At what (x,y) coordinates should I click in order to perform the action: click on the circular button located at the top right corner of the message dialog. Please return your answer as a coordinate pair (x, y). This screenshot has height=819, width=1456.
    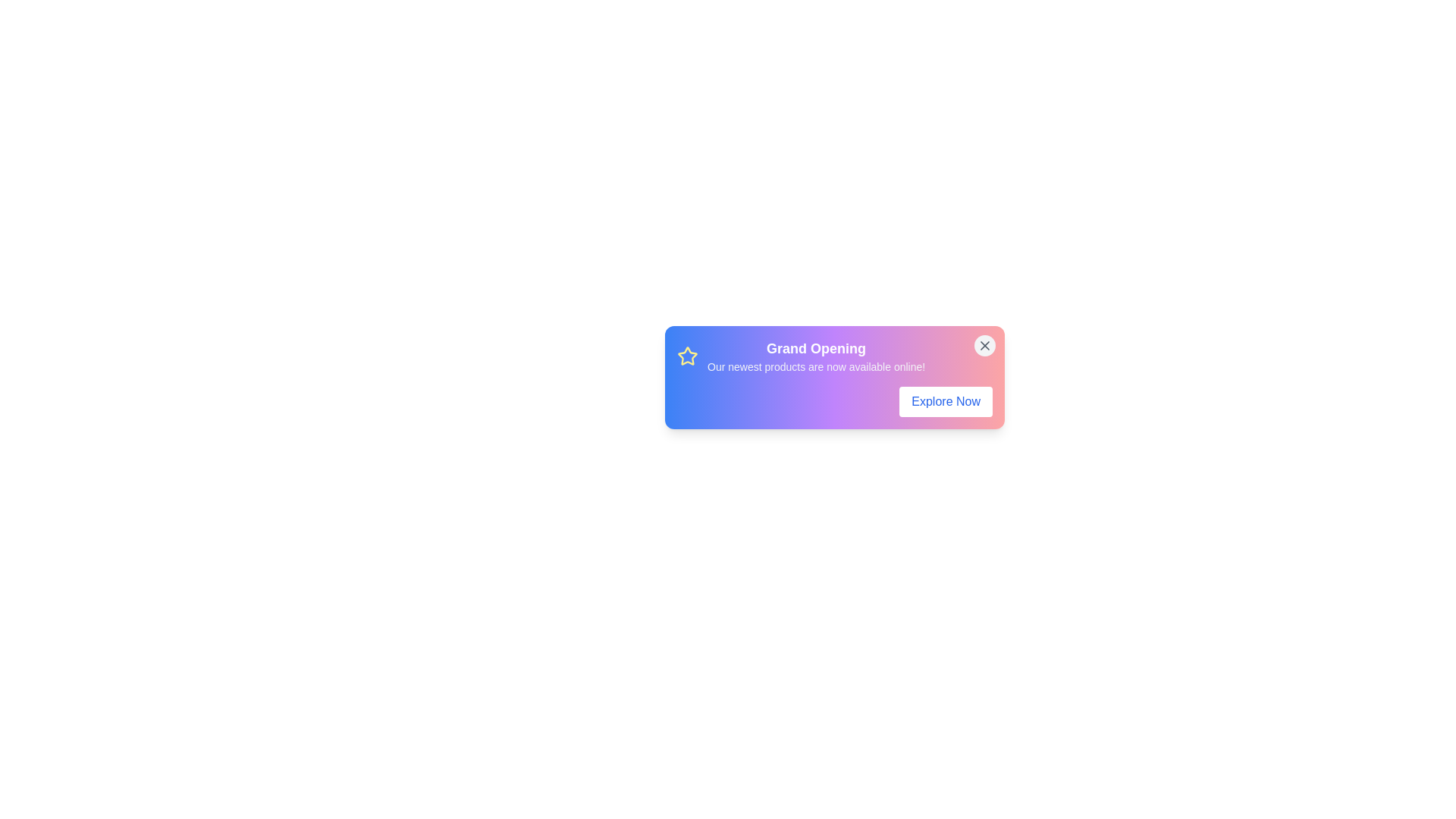
    Looking at the image, I should click on (985, 345).